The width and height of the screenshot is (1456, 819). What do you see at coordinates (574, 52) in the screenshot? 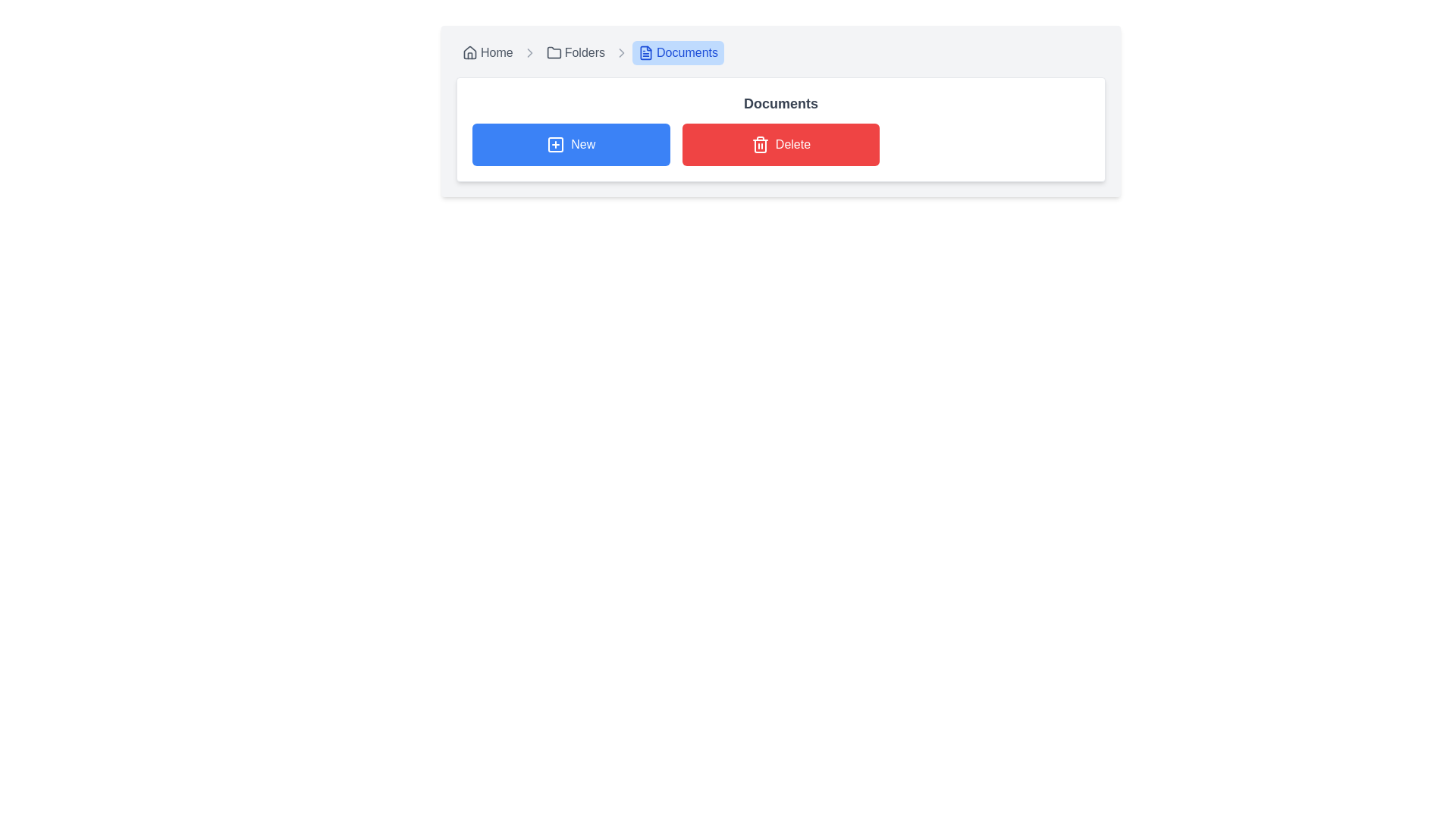
I see `the 'Folders' text link located in the navigation breadcrumb row` at bounding box center [574, 52].